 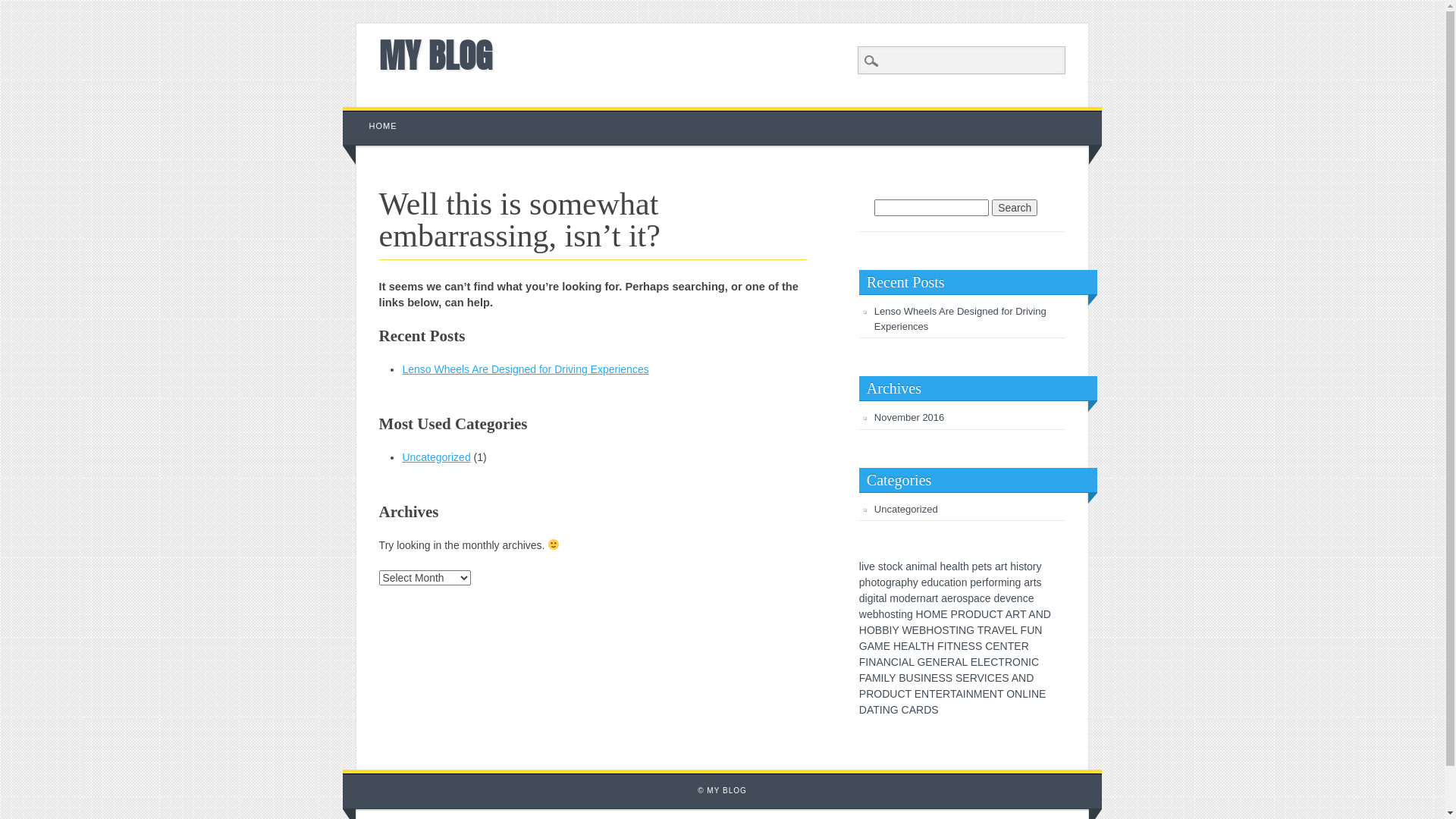 What do you see at coordinates (862, 598) in the screenshot?
I see `'d'` at bounding box center [862, 598].